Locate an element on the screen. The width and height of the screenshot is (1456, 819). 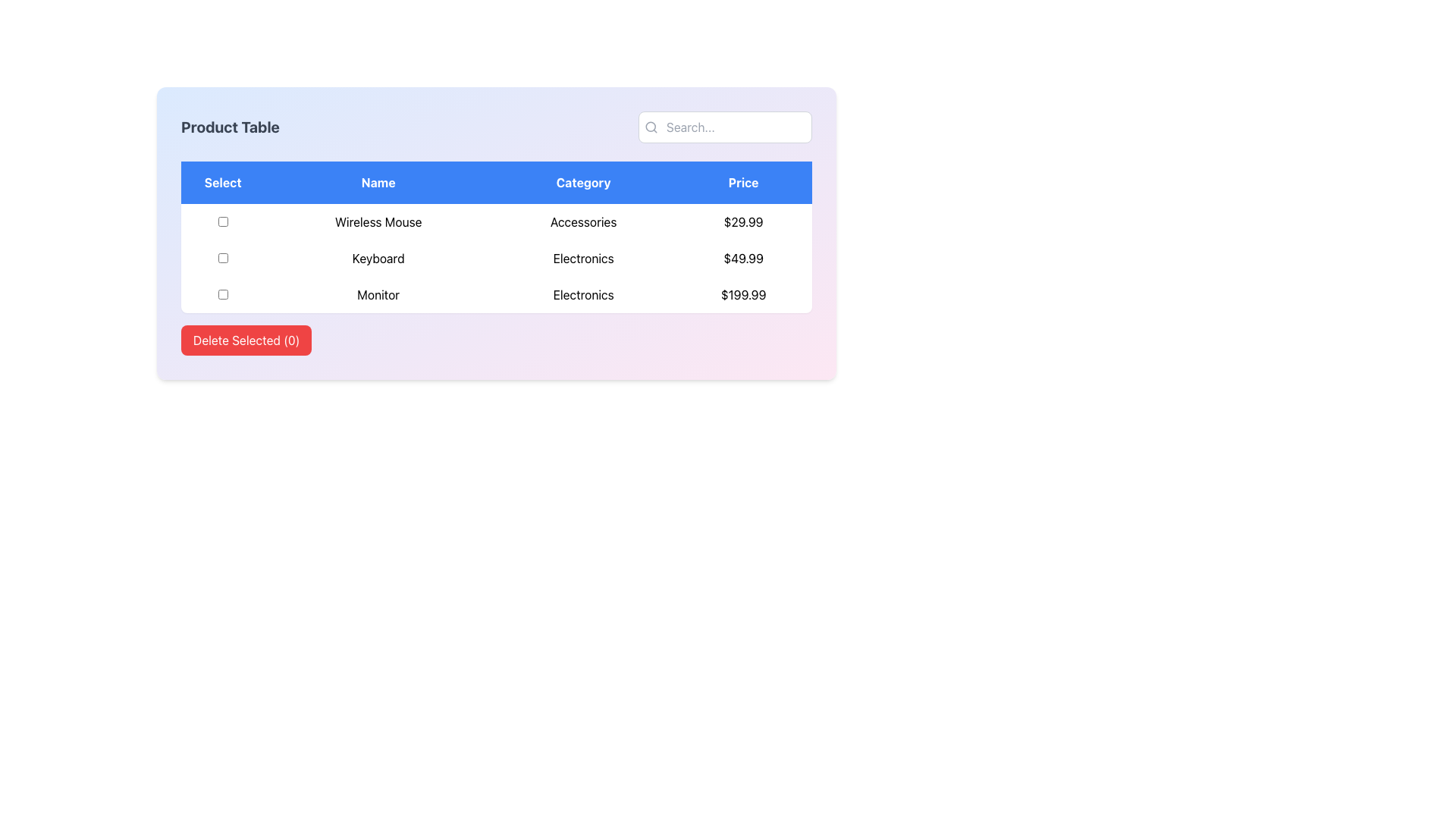
the 'Name' column header in the table, which is the second header positioned between 'Select' and 'Category' is located at coordinates (378, 181).